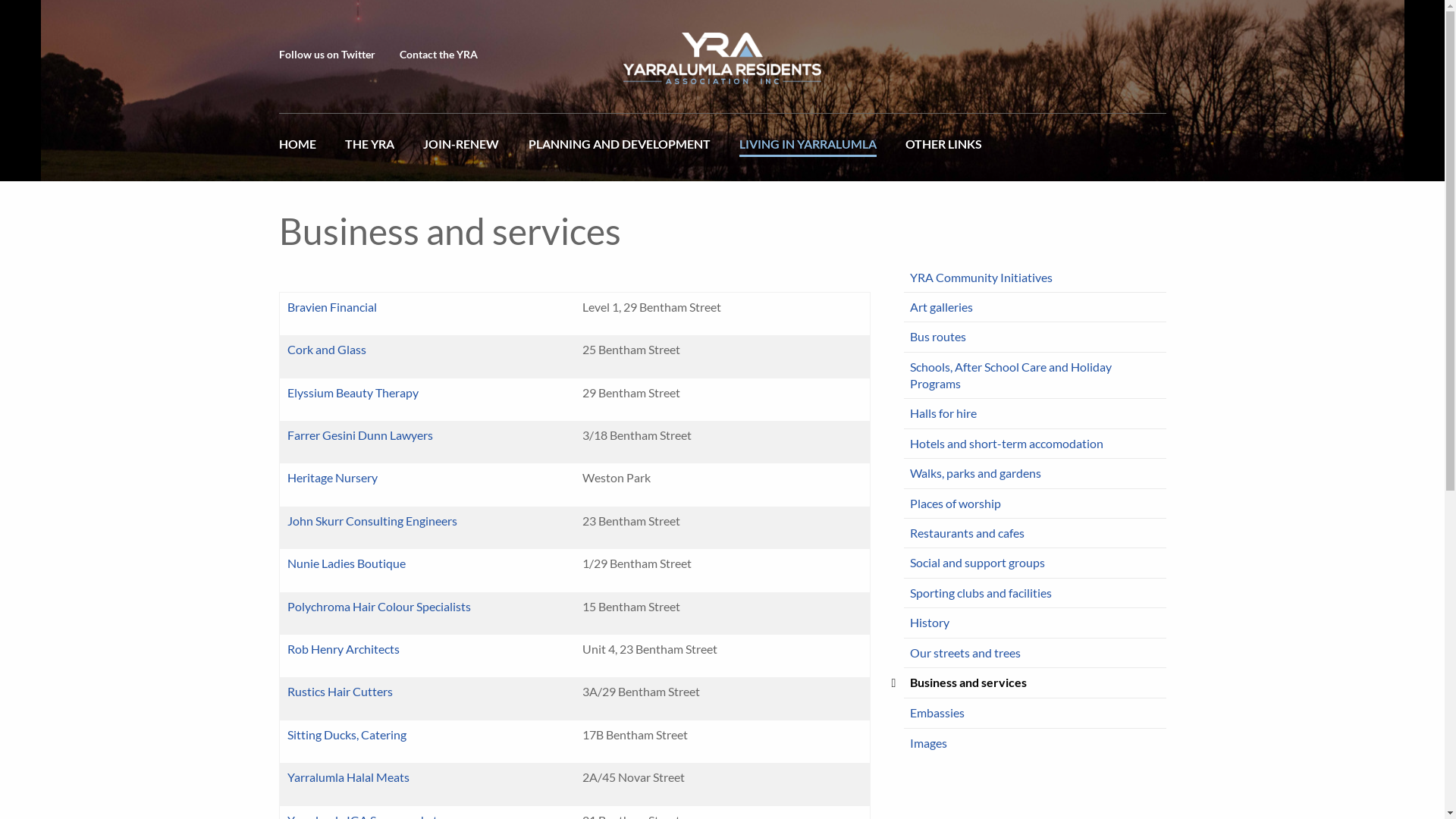 This screenshot has height=819, width=1456. Describe the element at coordinates (378, 605) in the screenshot. I see `'Polychroma Hair Colour Specialists'` at that location.